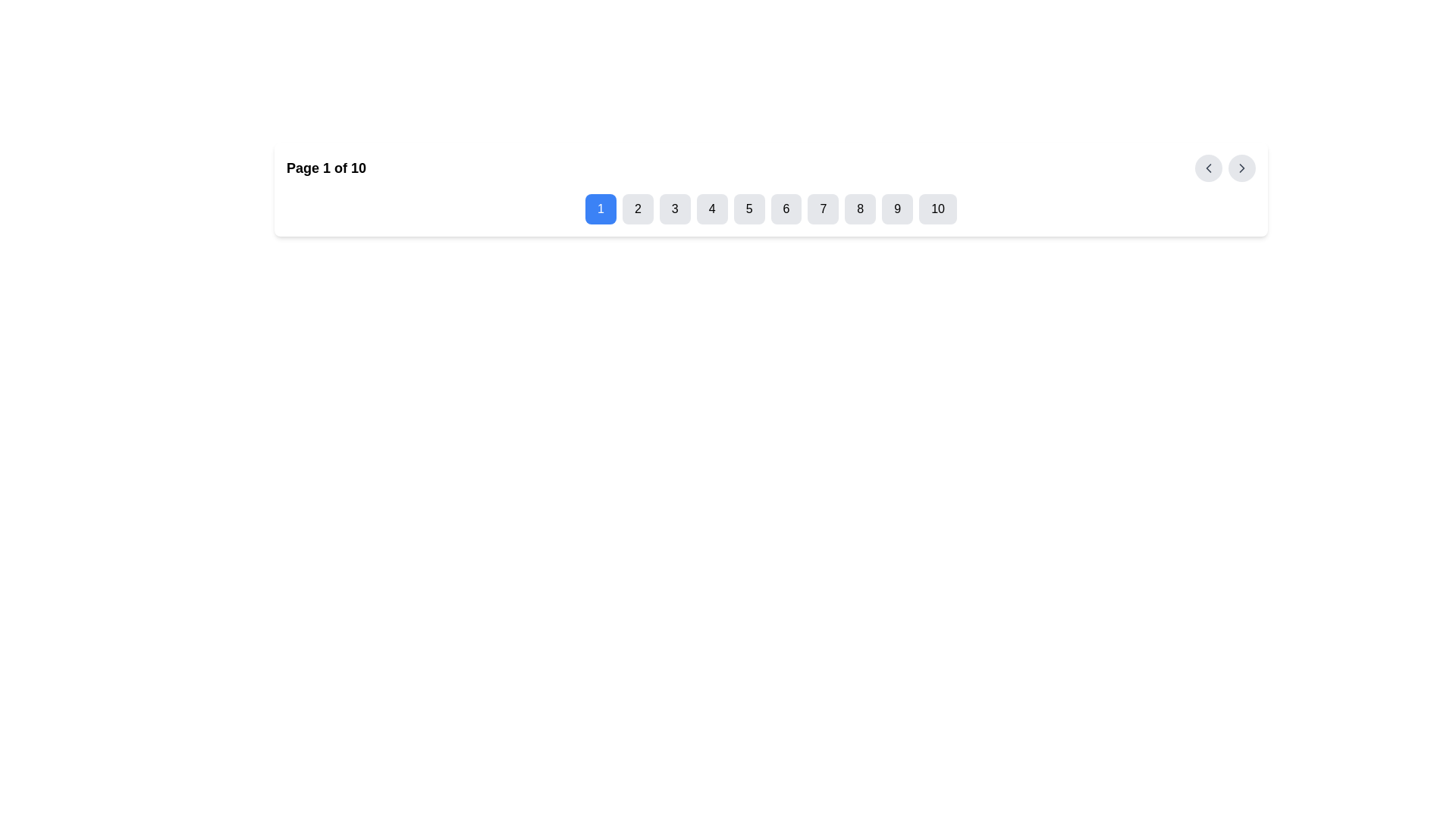 The width and height of the screenshot is (1456, 819). Describe the element at coordinates (1241, 168) in the screenshot. I see `the circular button with a right-facing chevron icon` at that location.